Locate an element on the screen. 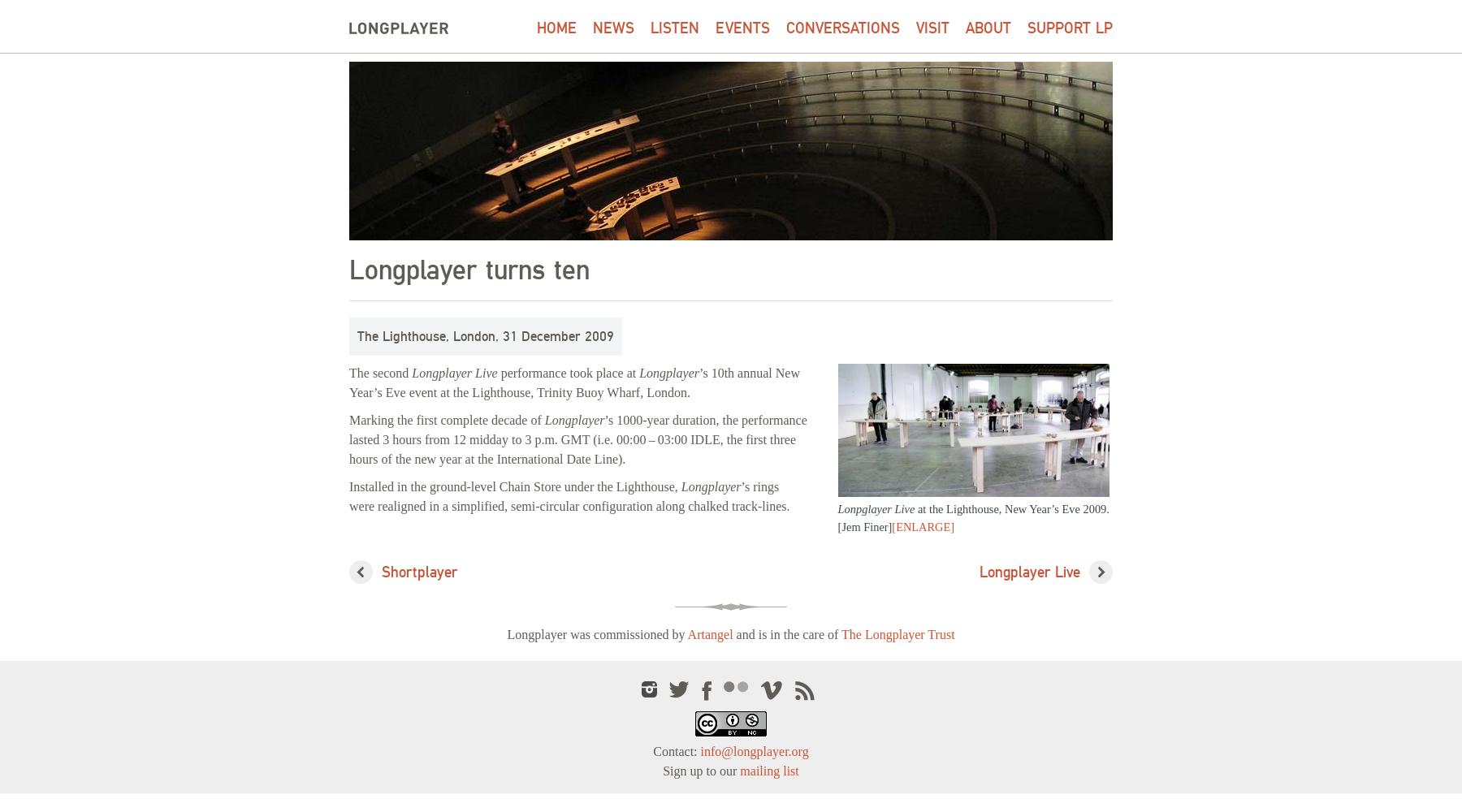 This screenshot has height=812, width=1462. '’s 1000-year duration, the performance lasted 3 hours from 12 midday to 3 p.m. GMT (i.e. 00:00 – 03:00 IDLE, the first three hours of the new year at the International Date Line).' is located at coordinates (577, 439).